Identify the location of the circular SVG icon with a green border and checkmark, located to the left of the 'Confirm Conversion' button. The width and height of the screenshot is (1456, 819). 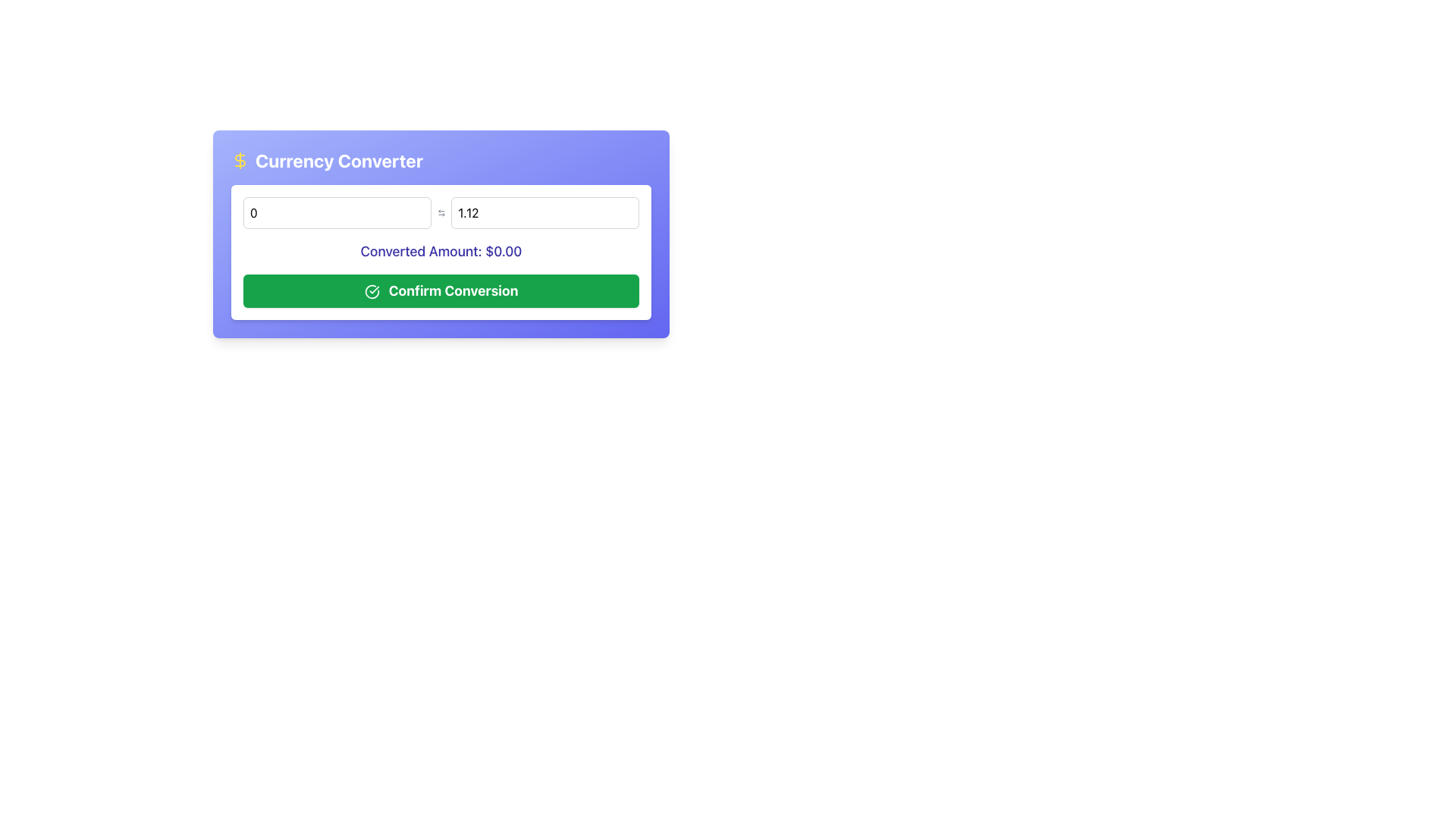
(372, 292).